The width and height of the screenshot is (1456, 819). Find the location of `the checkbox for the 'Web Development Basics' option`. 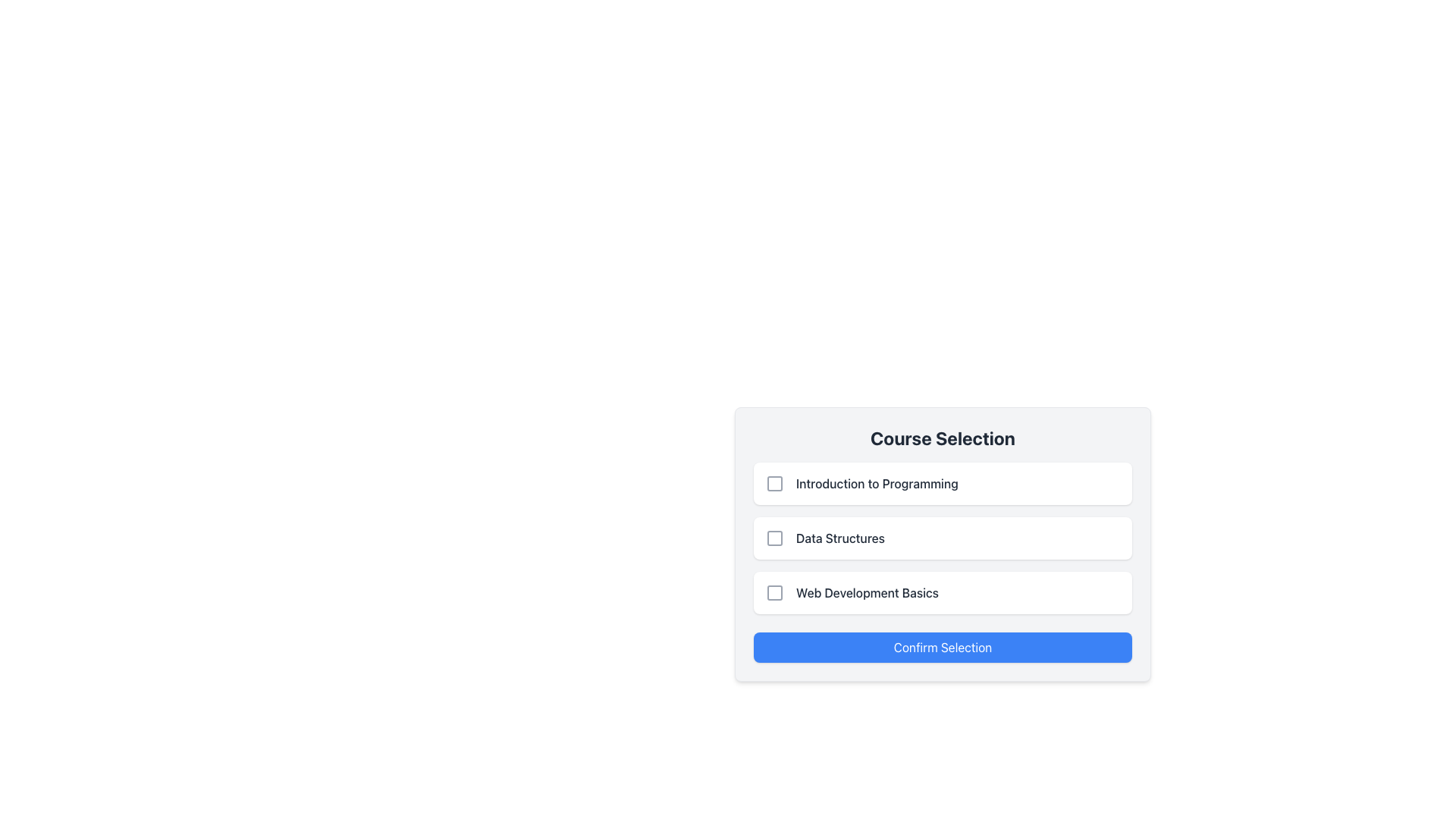

the checkbox for the 'Web Development Basics' option is located at coordinates (775, 592).